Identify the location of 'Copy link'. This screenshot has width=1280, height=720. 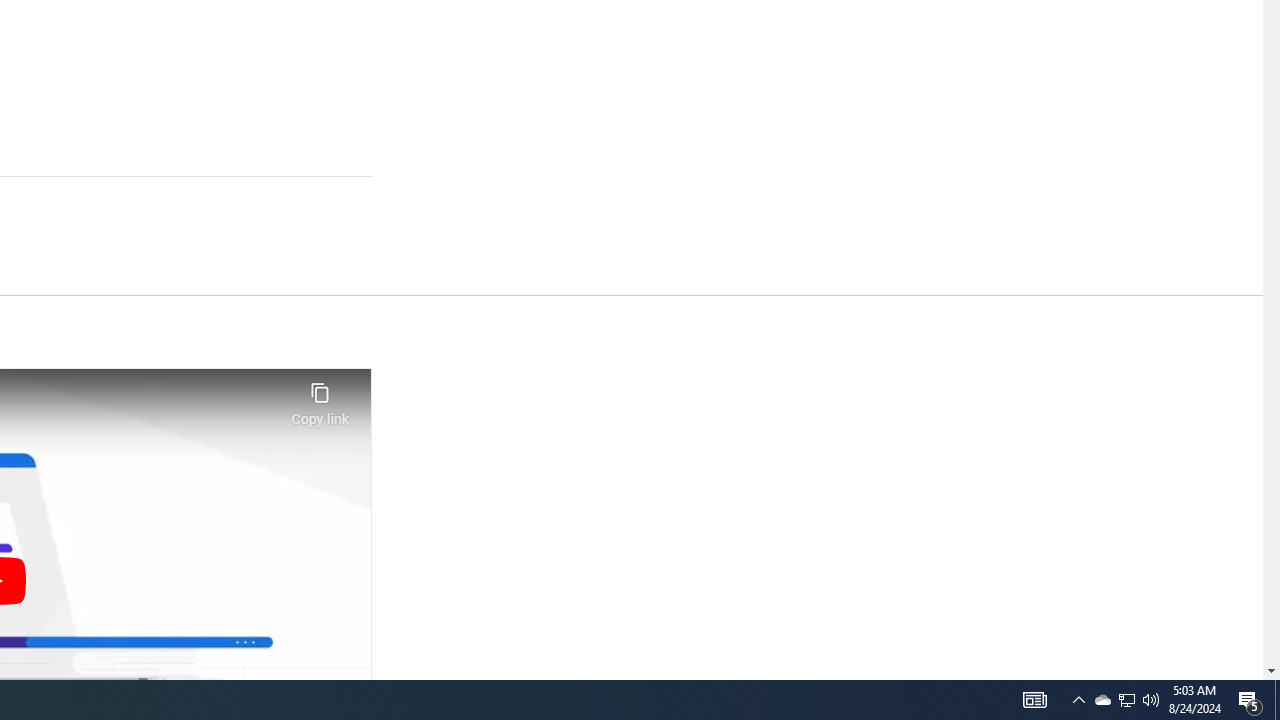
(320, 398).